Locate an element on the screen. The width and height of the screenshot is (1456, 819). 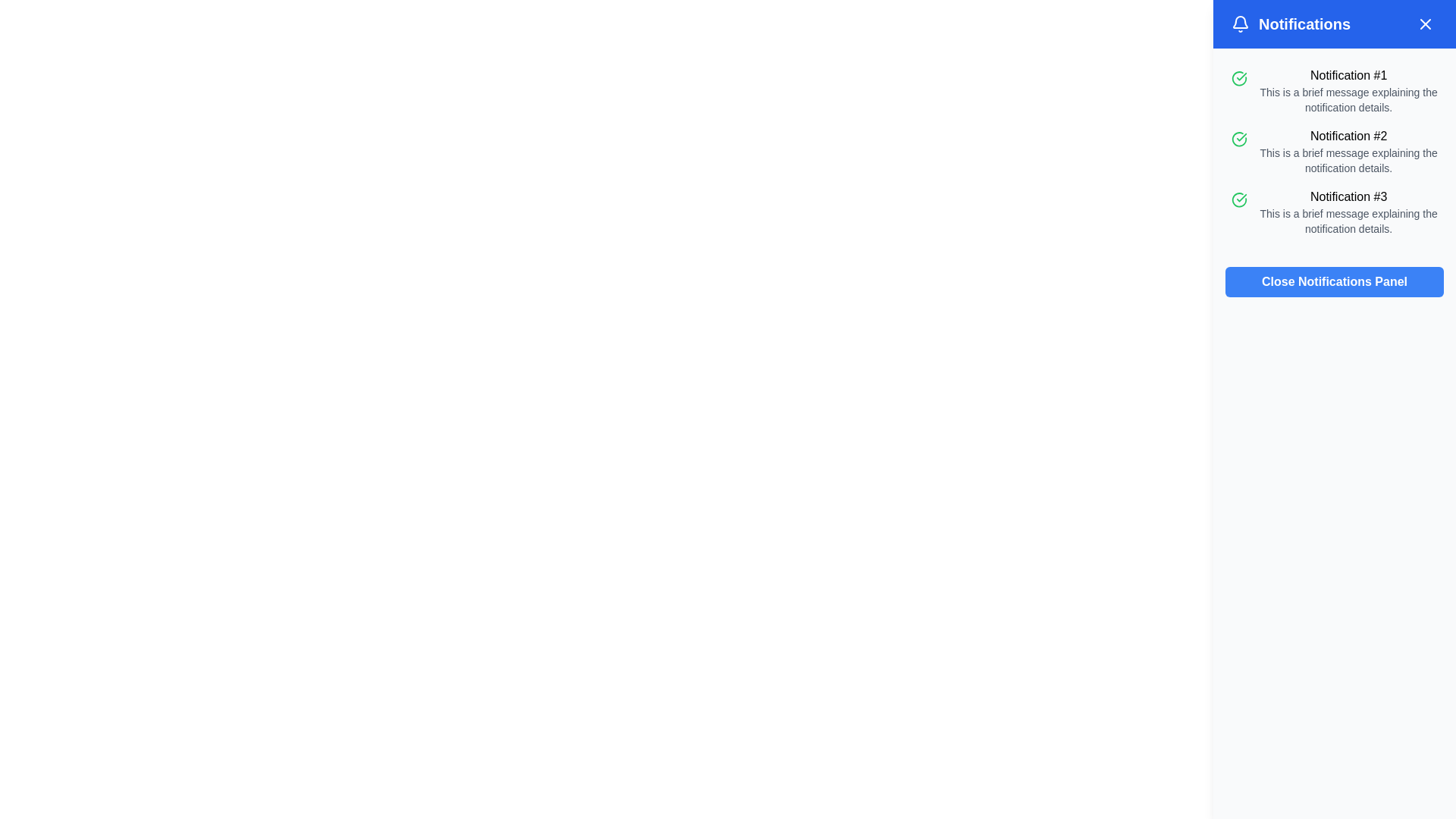
the non-interactive informational text that labels the notification panel in the top-right corner, positioned to the right of the bell icon is located at coordinates (1304, 24).